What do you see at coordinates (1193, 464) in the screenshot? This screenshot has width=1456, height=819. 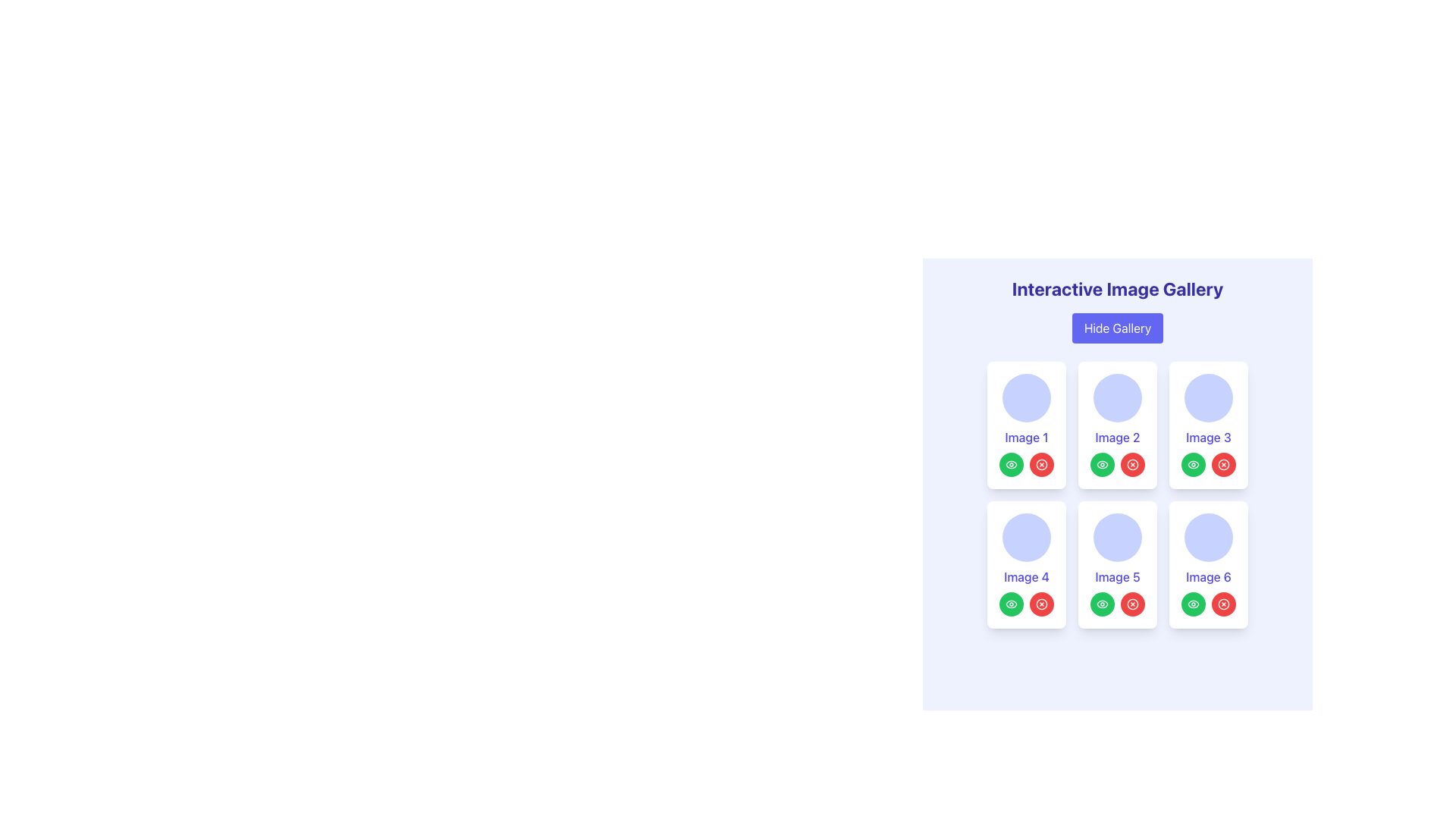 I see `the circular green button with a white eye icon located to the right of the text 'Image 3'` at bounding box center [1193, 464].